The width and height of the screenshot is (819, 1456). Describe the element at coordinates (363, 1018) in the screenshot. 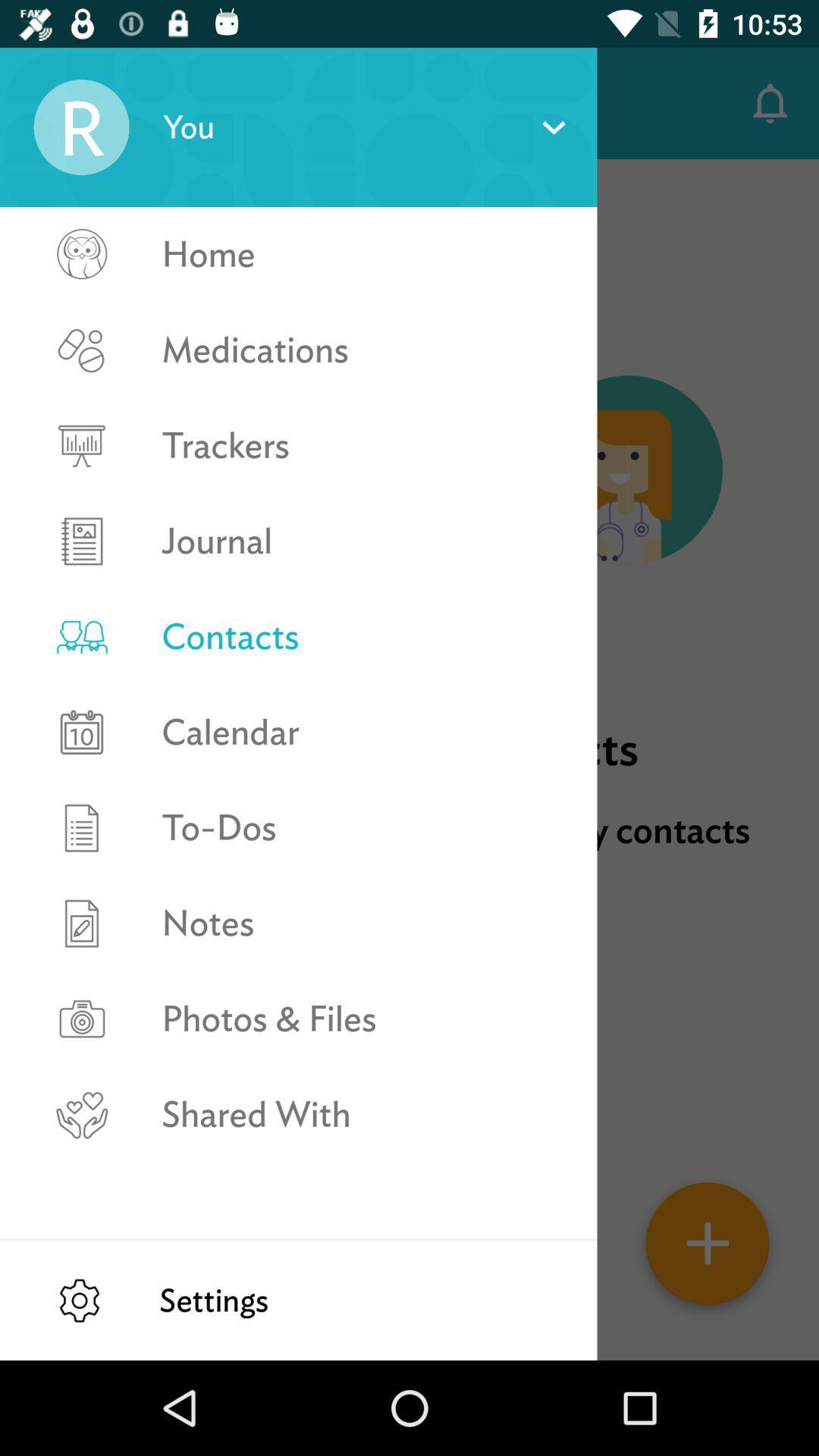

I see `photos & files` at that location.